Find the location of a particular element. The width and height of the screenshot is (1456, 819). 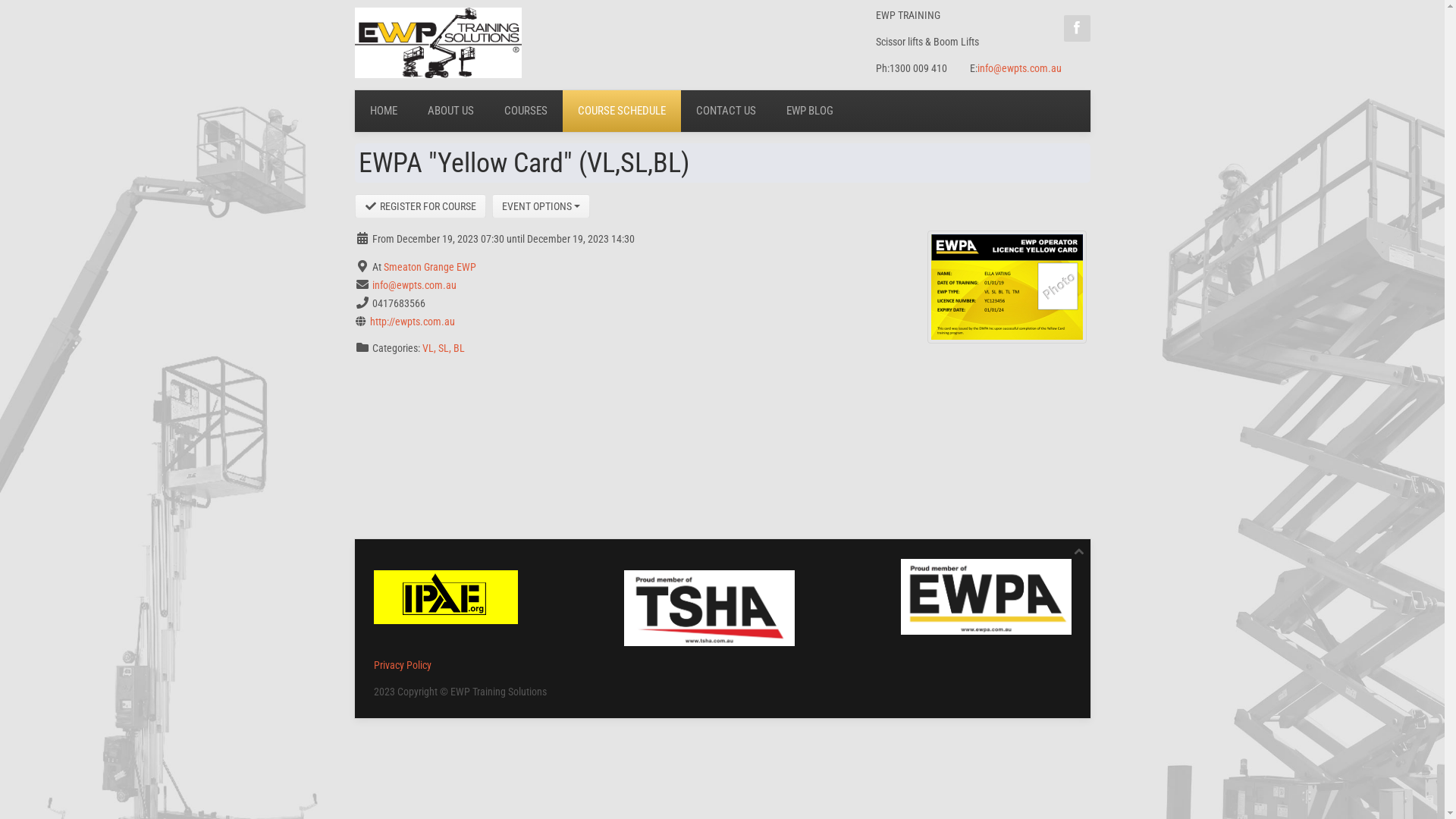

'CONTACT US' is located at coordinates (725, 110).